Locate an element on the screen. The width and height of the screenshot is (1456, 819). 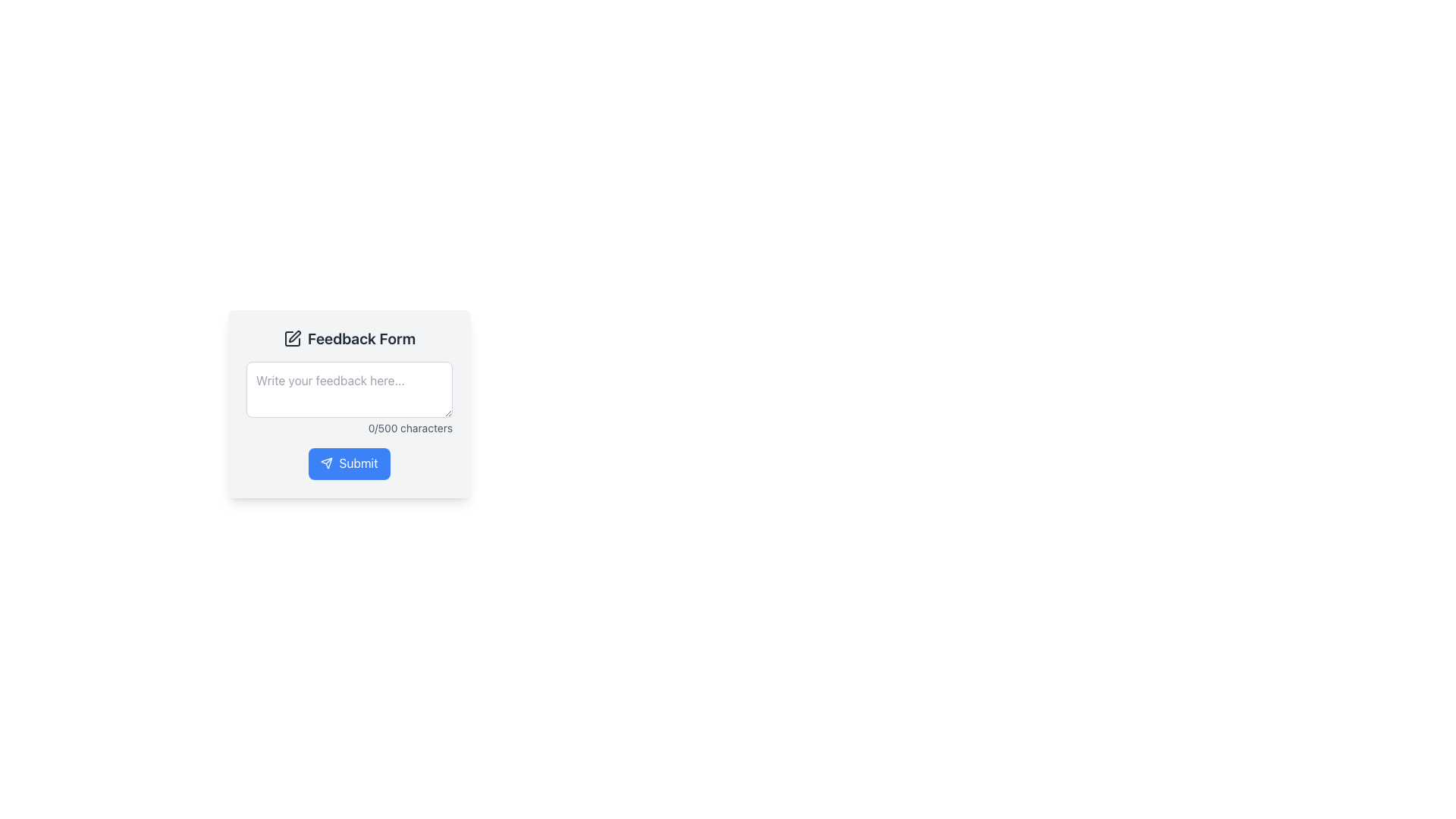
the blue 'Submit' button with a paper airplane icon is located at coordinates (348, 463).